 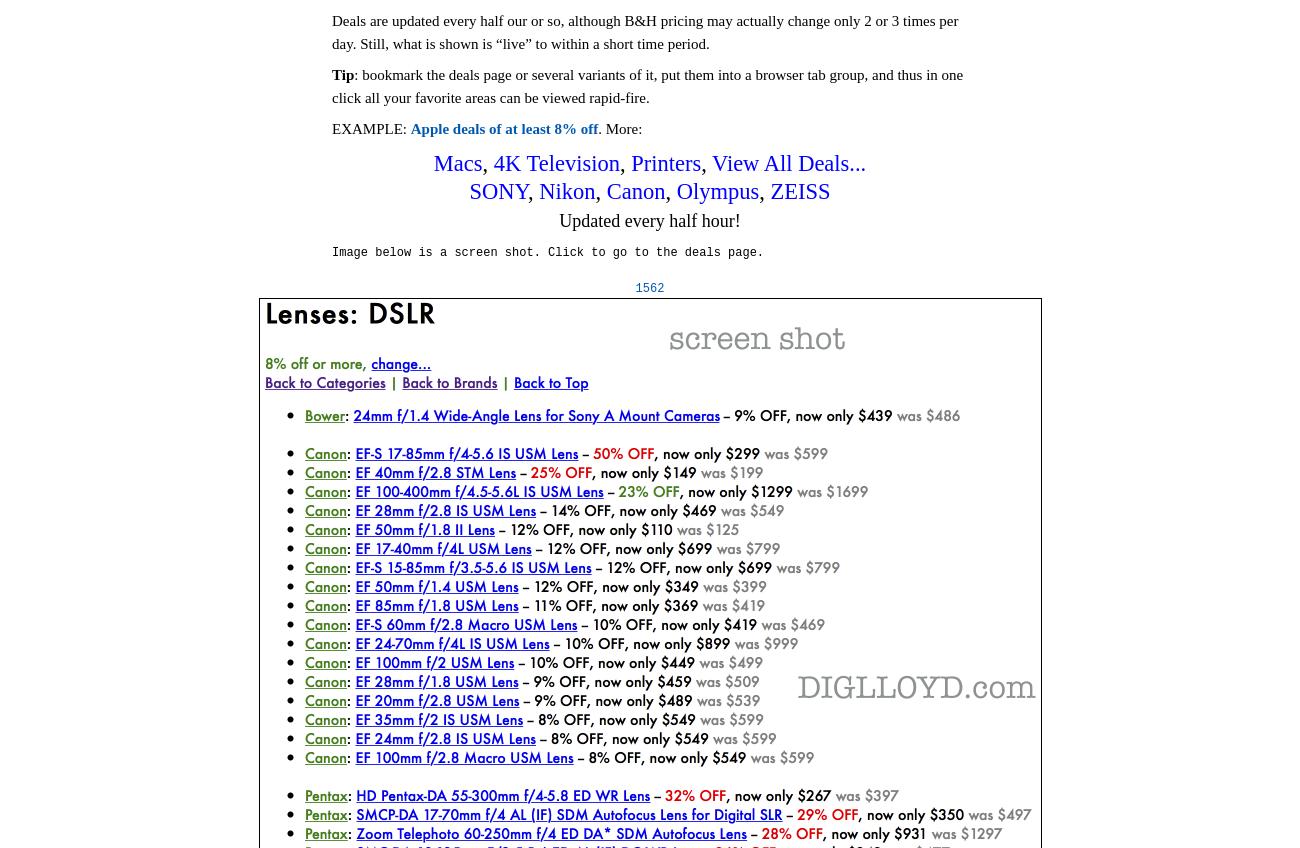 What do you see at coordinates (331, 30) in the screenshot?
I see `'Deals are updated every half our or so, although B&H pricing may actually change only 2 or 3 times per day. Still, what is shown is “live” to within a short time period.'` at bounding box center [331, 30].